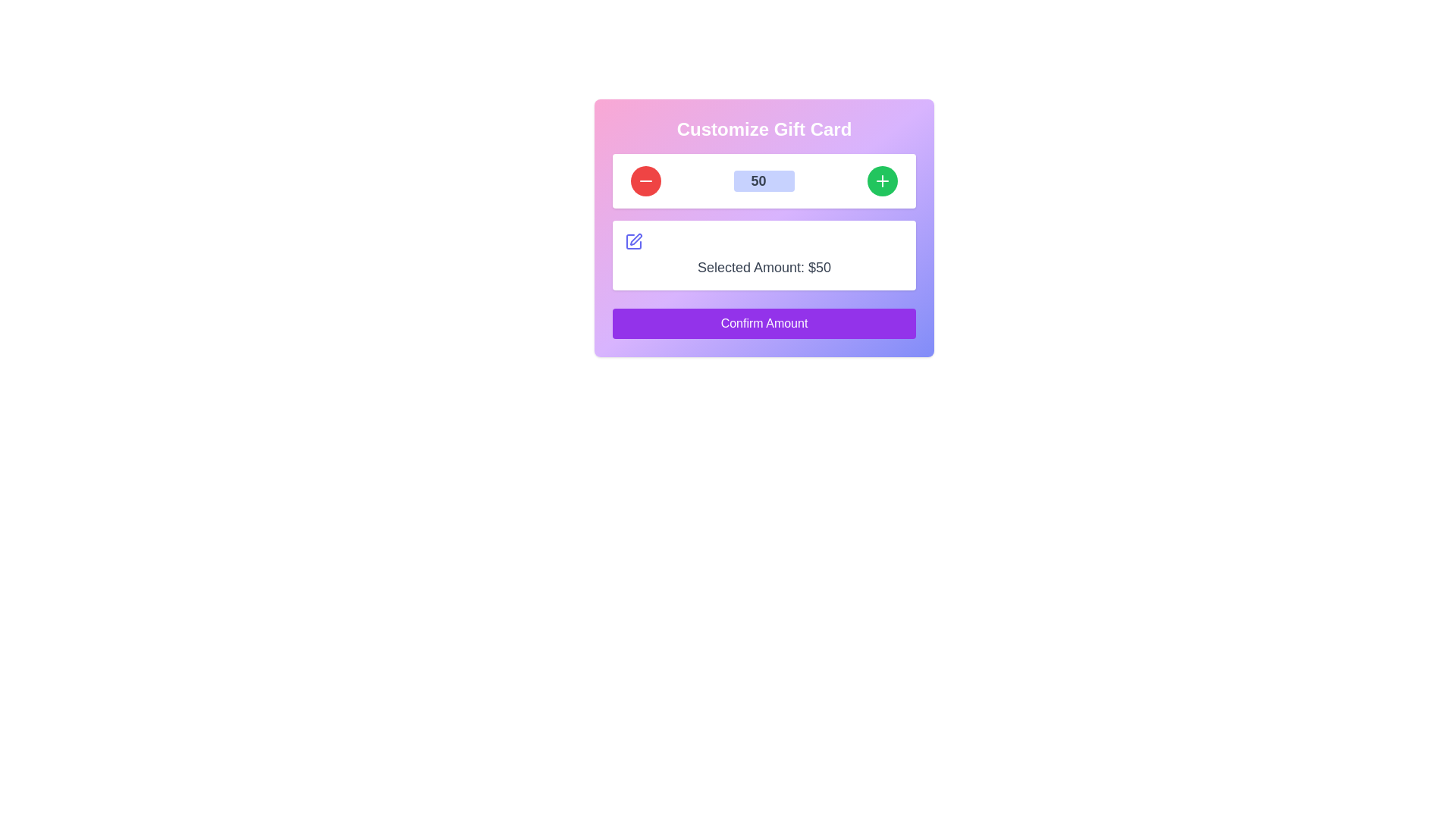 Image resolution: width=1456 pixels, height=819 pixels. I want to click on the edit icon located to the left of the 'Selected Amount: $50' text, so click(633, 241).